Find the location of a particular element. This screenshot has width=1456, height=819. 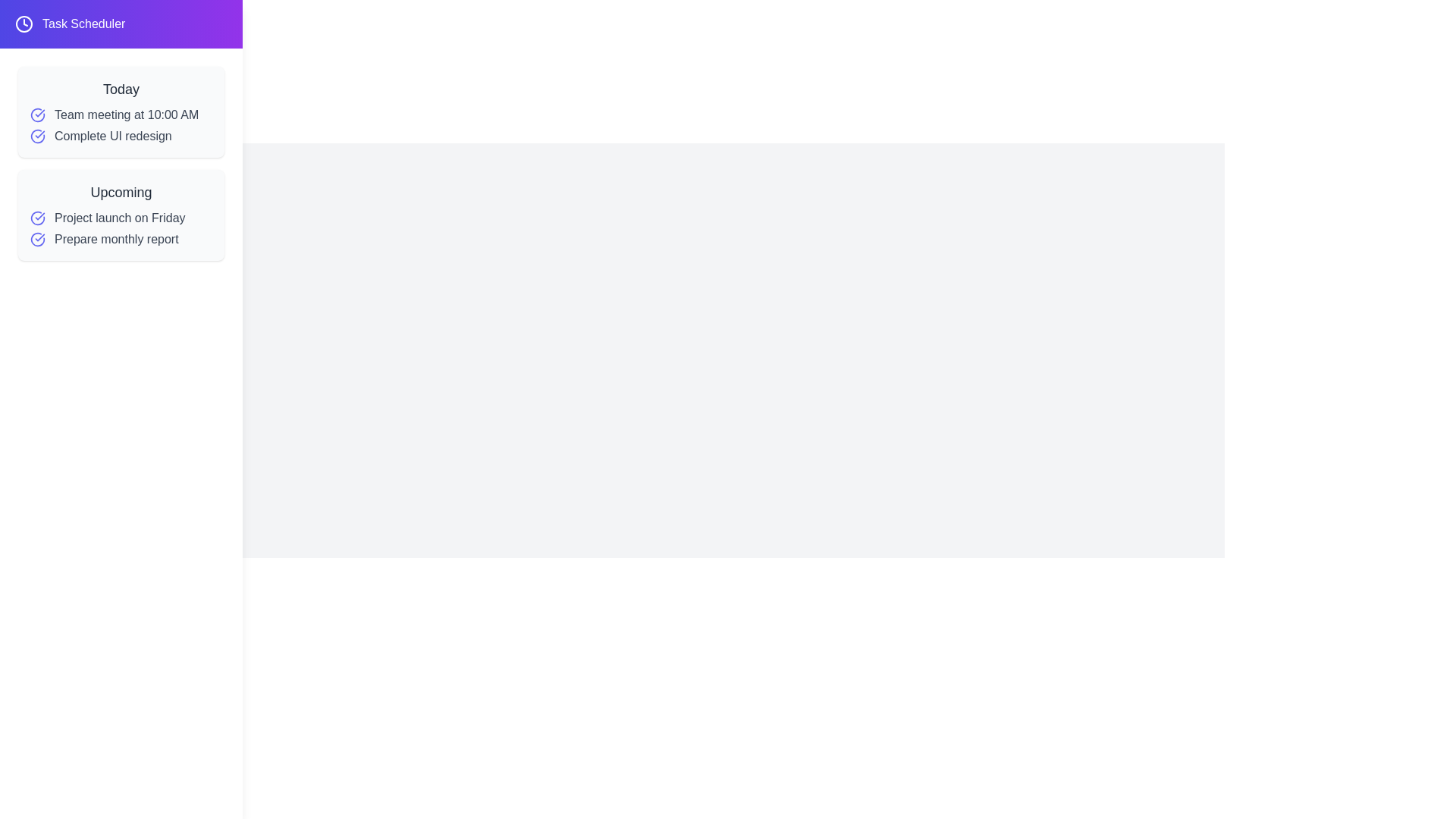

the button to toggle the visibility of the drawer is located at coordinates (39, 42).